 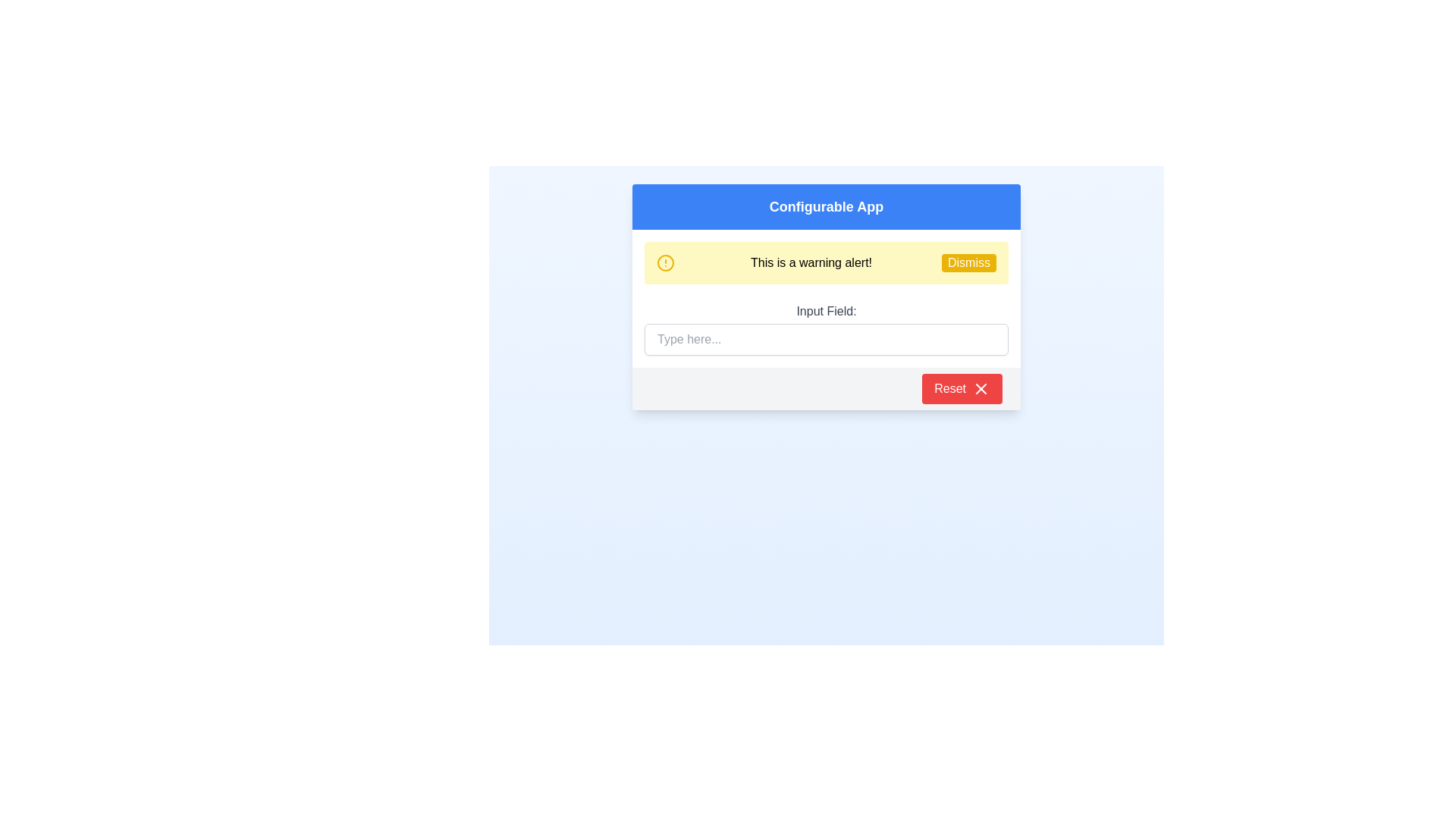 I want to click on the reset button located at the bottom-right of the gray horizontal bar, so click(x=961, y=388).